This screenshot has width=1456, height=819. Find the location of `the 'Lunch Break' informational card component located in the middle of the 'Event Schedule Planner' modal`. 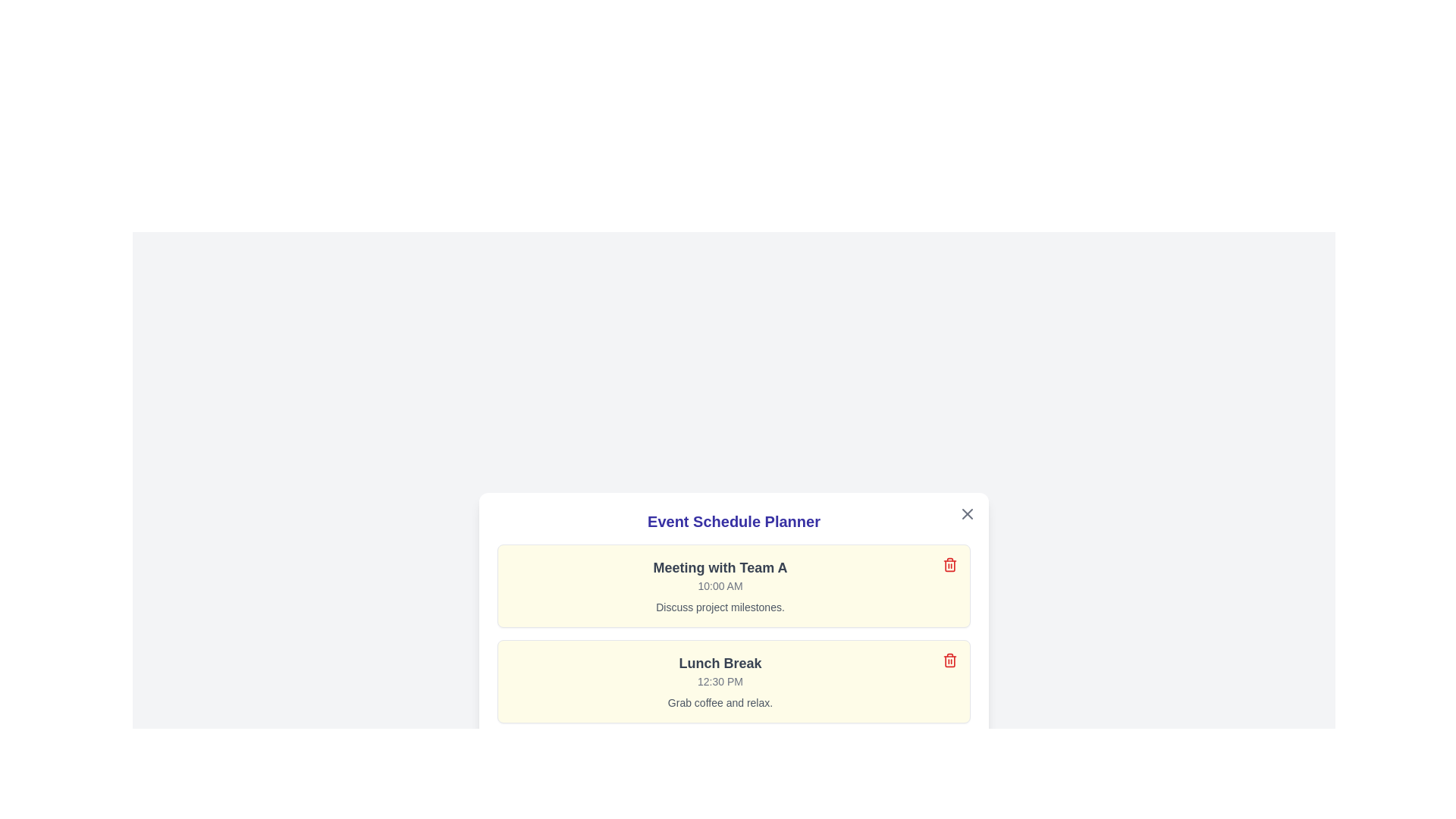

the 'Lunch Break' informational card component located in the middle of the 'Event Schedule Planner' modal is located at coordinates (734, 680).